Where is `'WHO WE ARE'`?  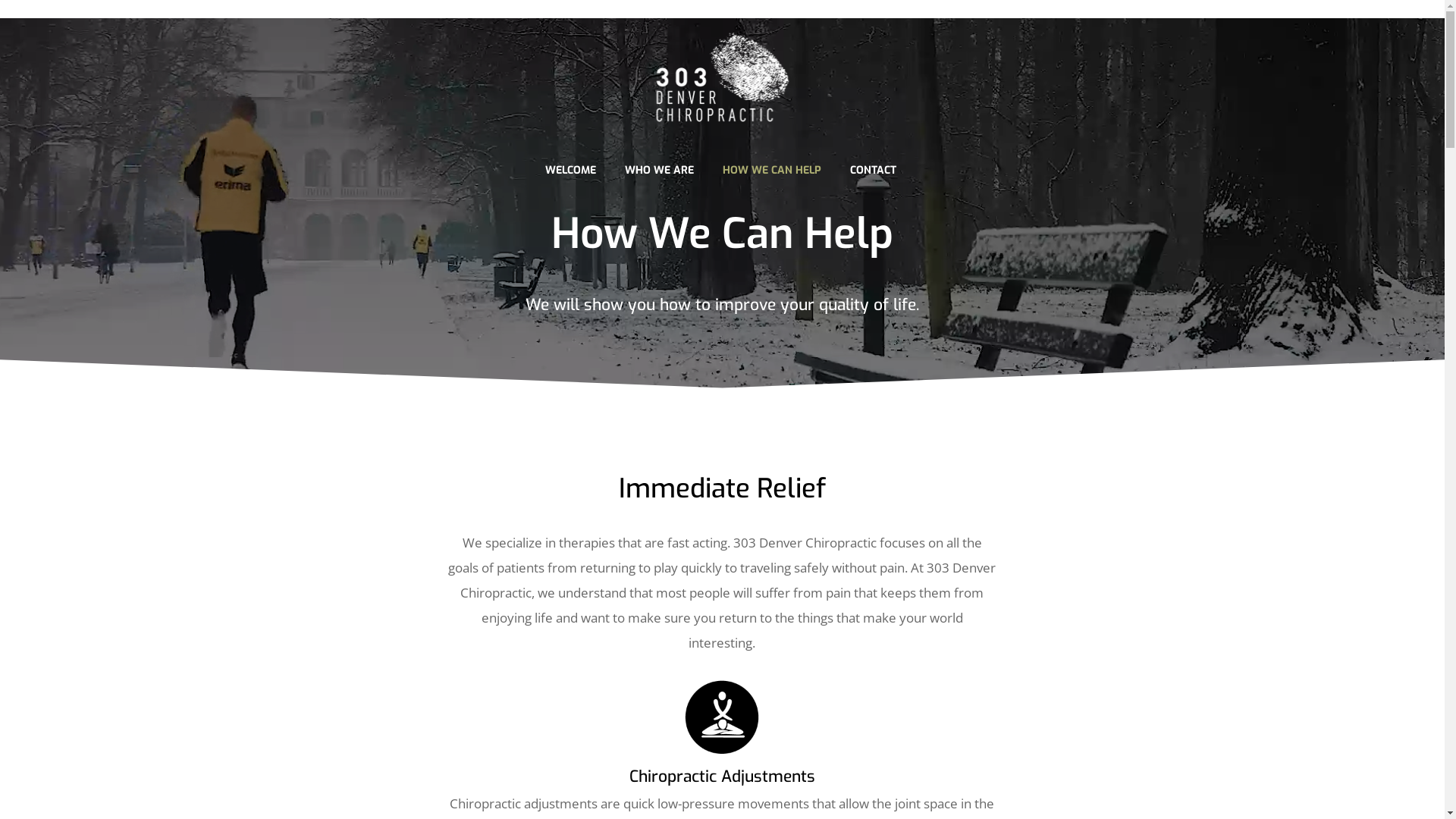 'WHO WE ARE' is located at coordinates (658, 169).